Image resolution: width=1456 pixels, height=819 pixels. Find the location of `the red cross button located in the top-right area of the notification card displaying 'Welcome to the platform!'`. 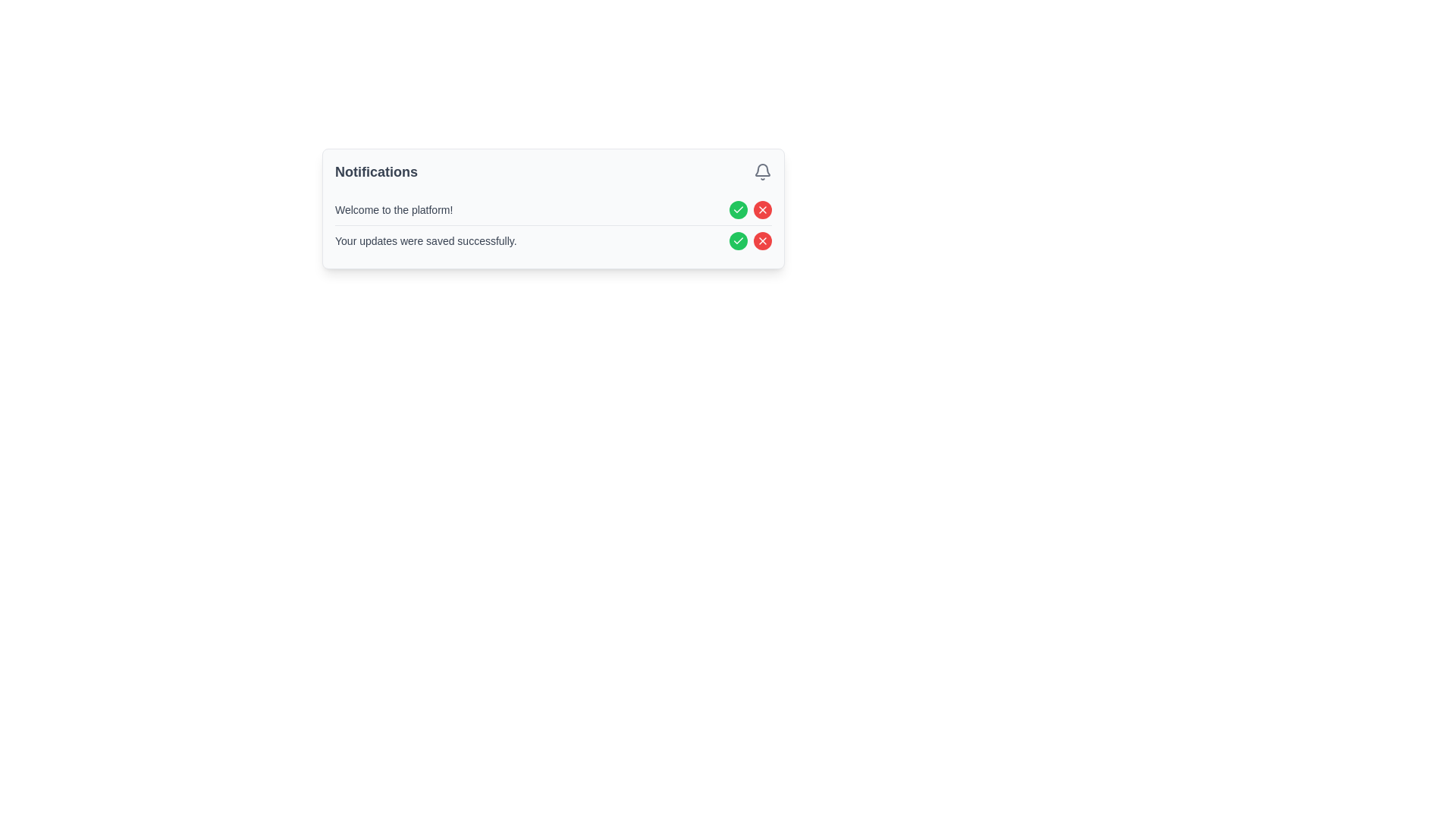

the red cross button located in the top-right area of the notification card displaying 'Welcome to the platform!' is located at coordinates (750, 210).